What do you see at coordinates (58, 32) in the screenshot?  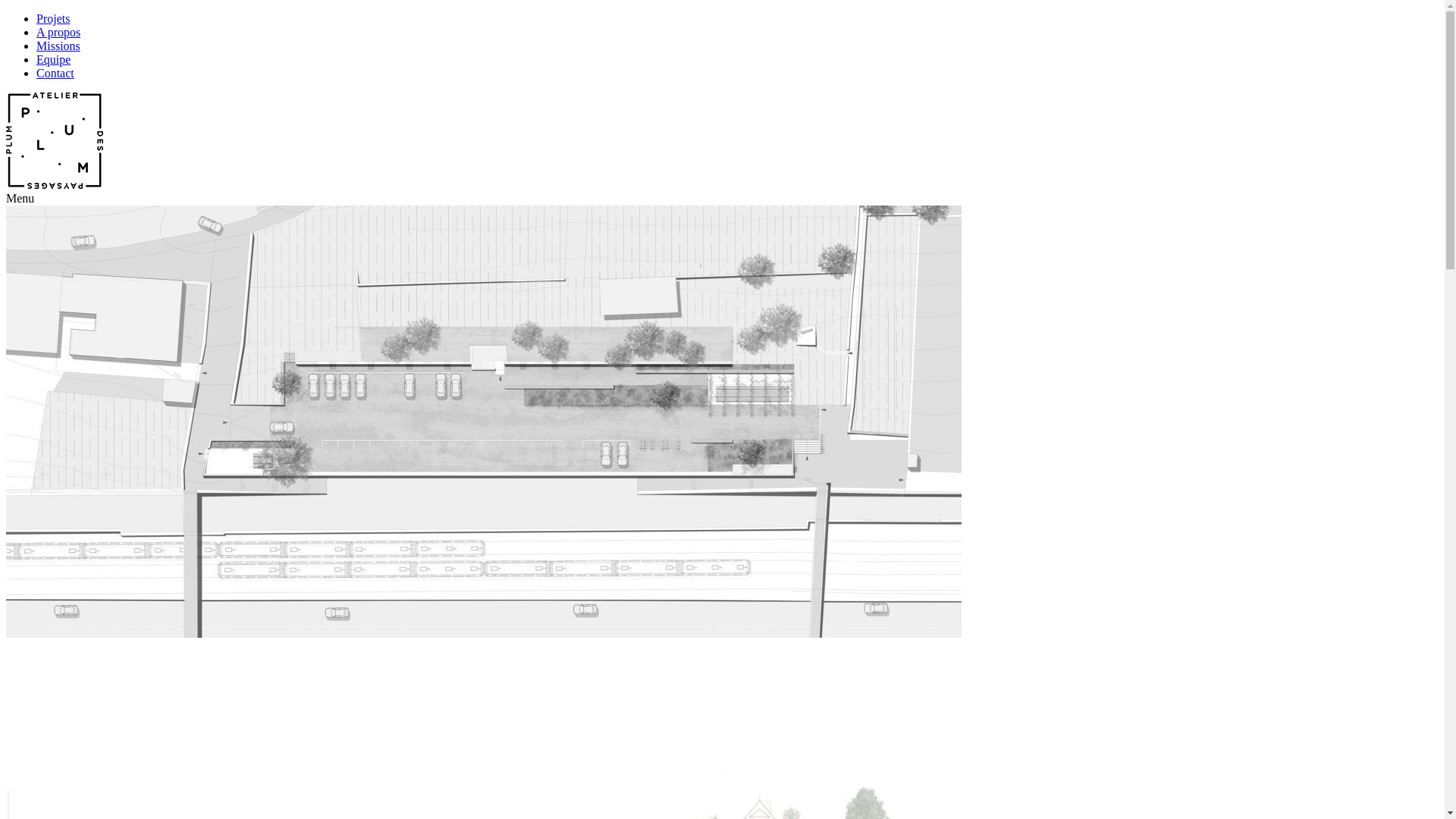 I see `'A propos'` at bounding box center [58, 32].